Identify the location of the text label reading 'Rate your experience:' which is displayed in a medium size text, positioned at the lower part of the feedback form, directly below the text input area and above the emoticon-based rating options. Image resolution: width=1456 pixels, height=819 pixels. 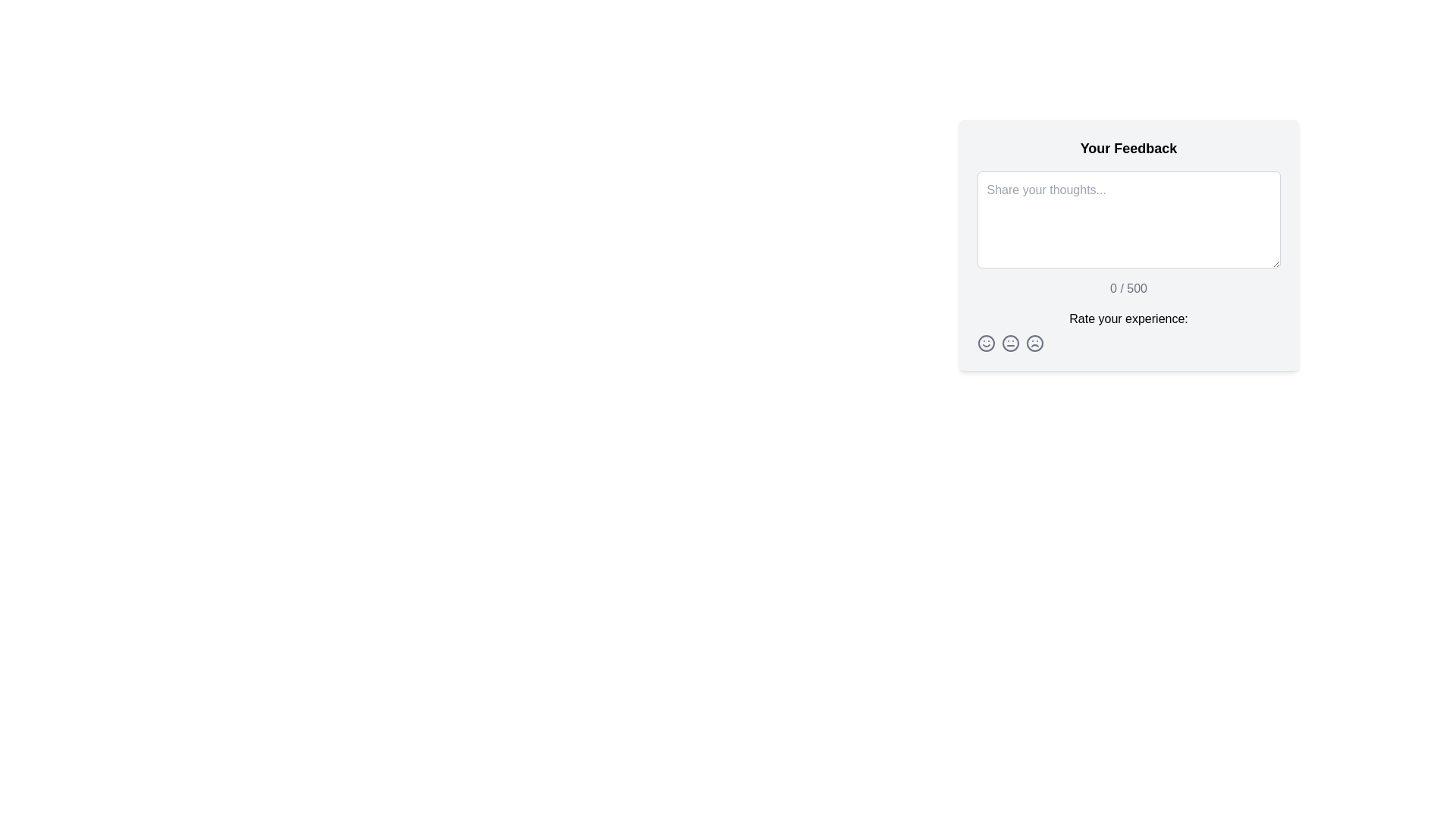
(1128, 318).